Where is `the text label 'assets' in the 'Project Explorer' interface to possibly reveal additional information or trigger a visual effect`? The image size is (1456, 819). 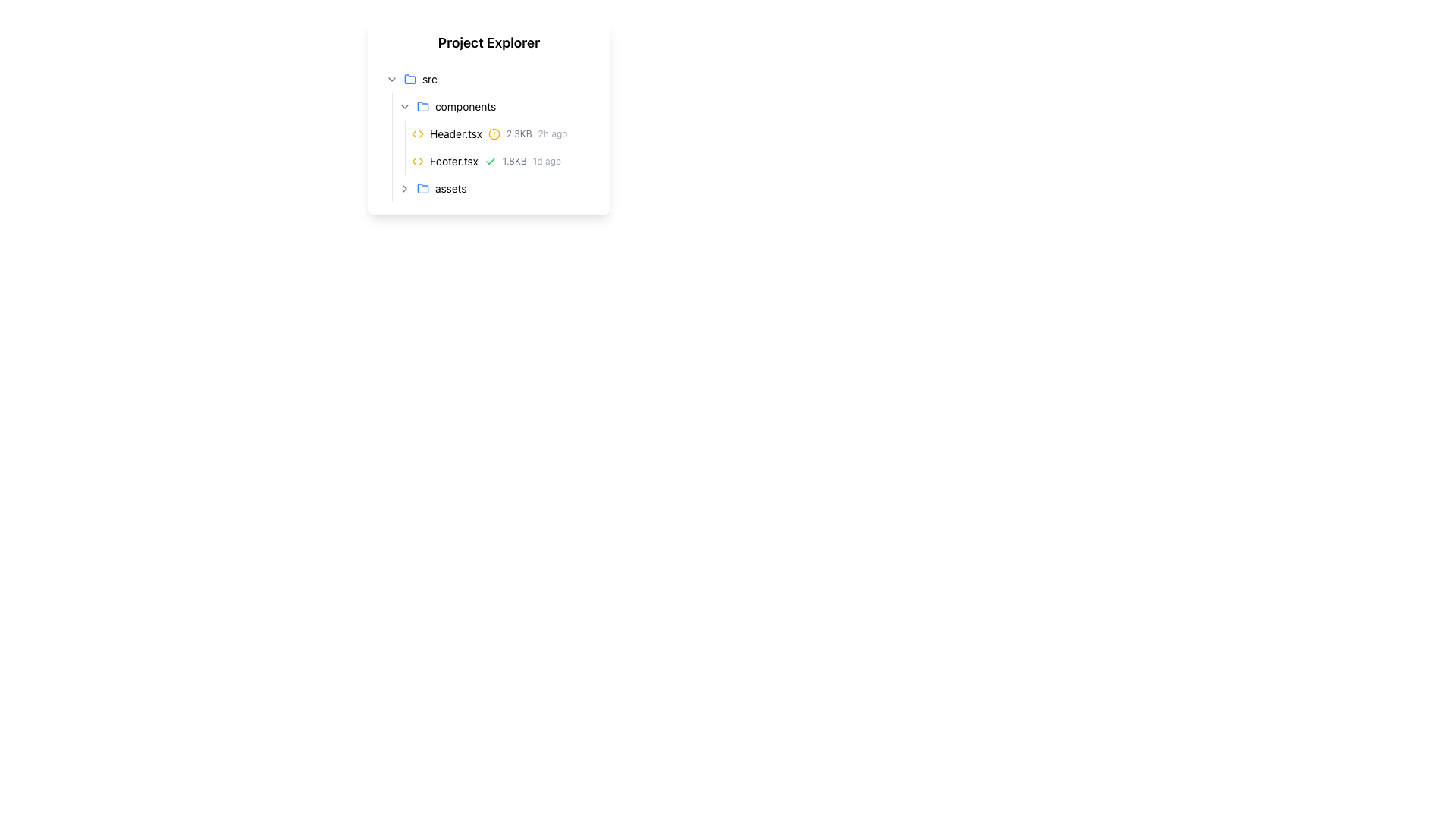 the text label 'assets' in the 'Project Explorer' interface to possibly reveal additional information or trigger a visual effect is located at coordinates (450, 188).